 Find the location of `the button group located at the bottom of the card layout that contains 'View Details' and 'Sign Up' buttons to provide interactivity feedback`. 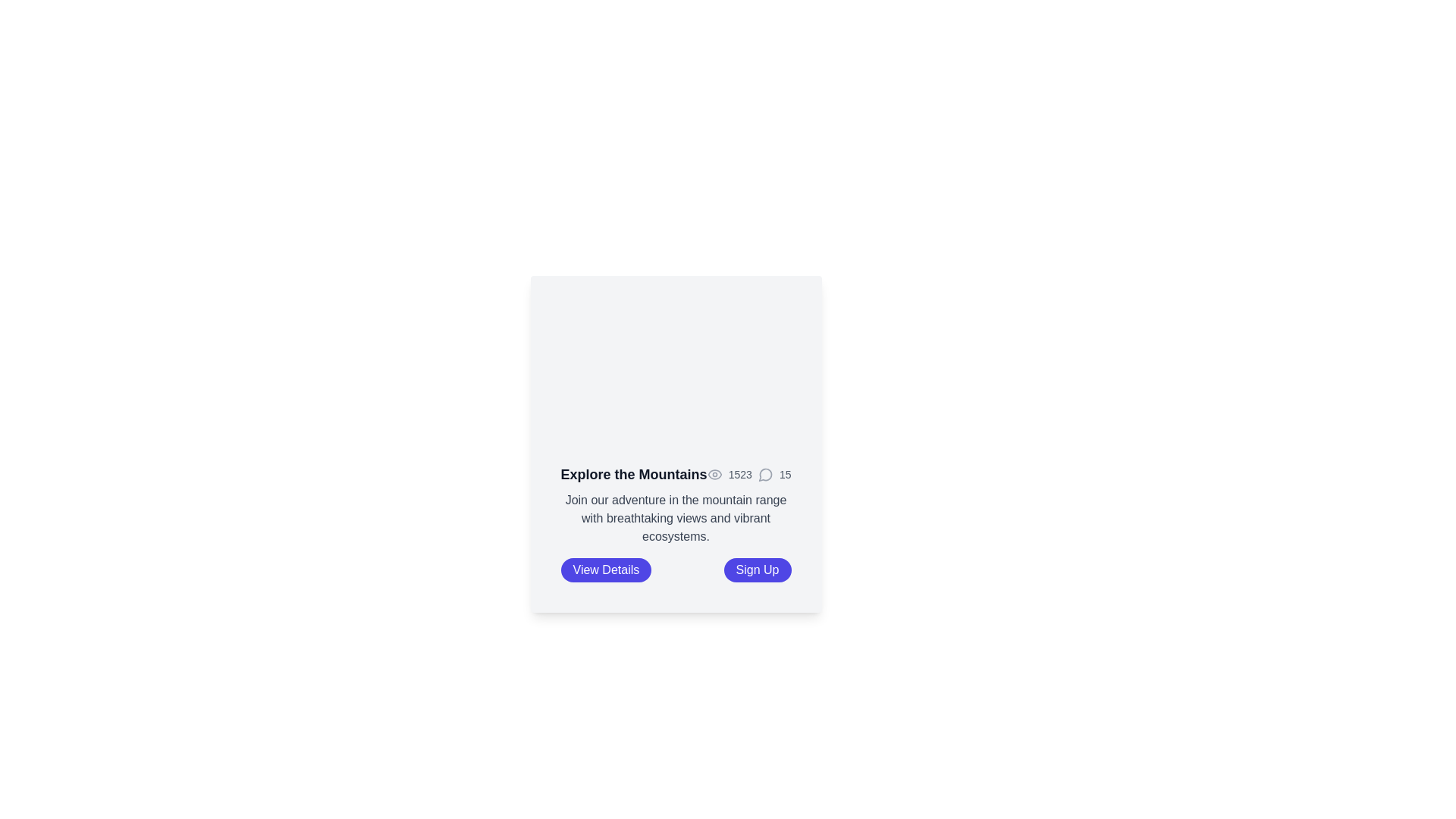

the button group located at the bottom of the card layout that contains 'View Details' and 'Sign Up' buttons to provide interactivity feedback is located at coordinates (675, 570).